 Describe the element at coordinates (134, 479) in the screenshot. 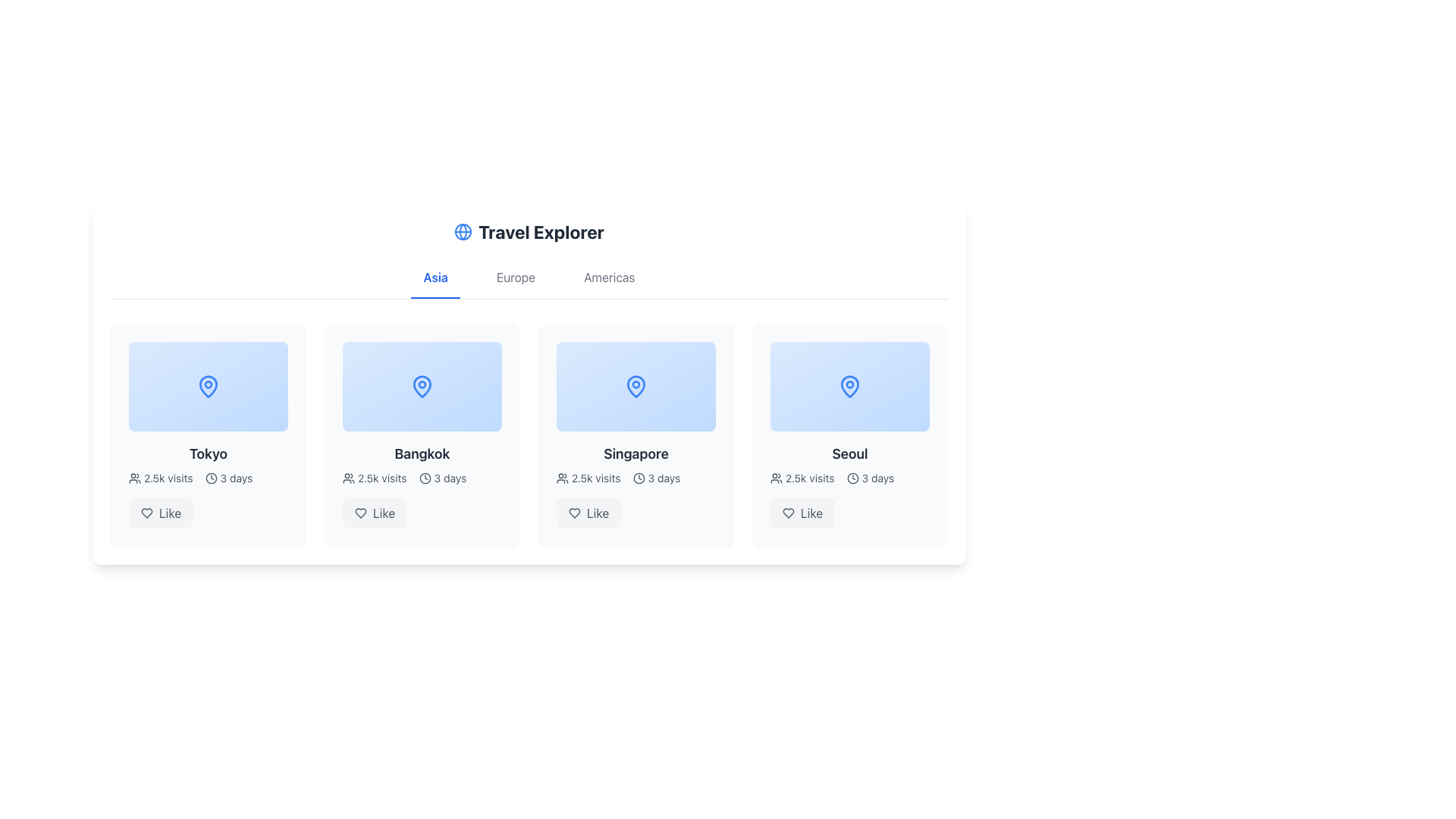

I see `the icon representing a group of people within the first trip card under the 'Asia' category, located to the left of the text '2.5k visits'` at that location.